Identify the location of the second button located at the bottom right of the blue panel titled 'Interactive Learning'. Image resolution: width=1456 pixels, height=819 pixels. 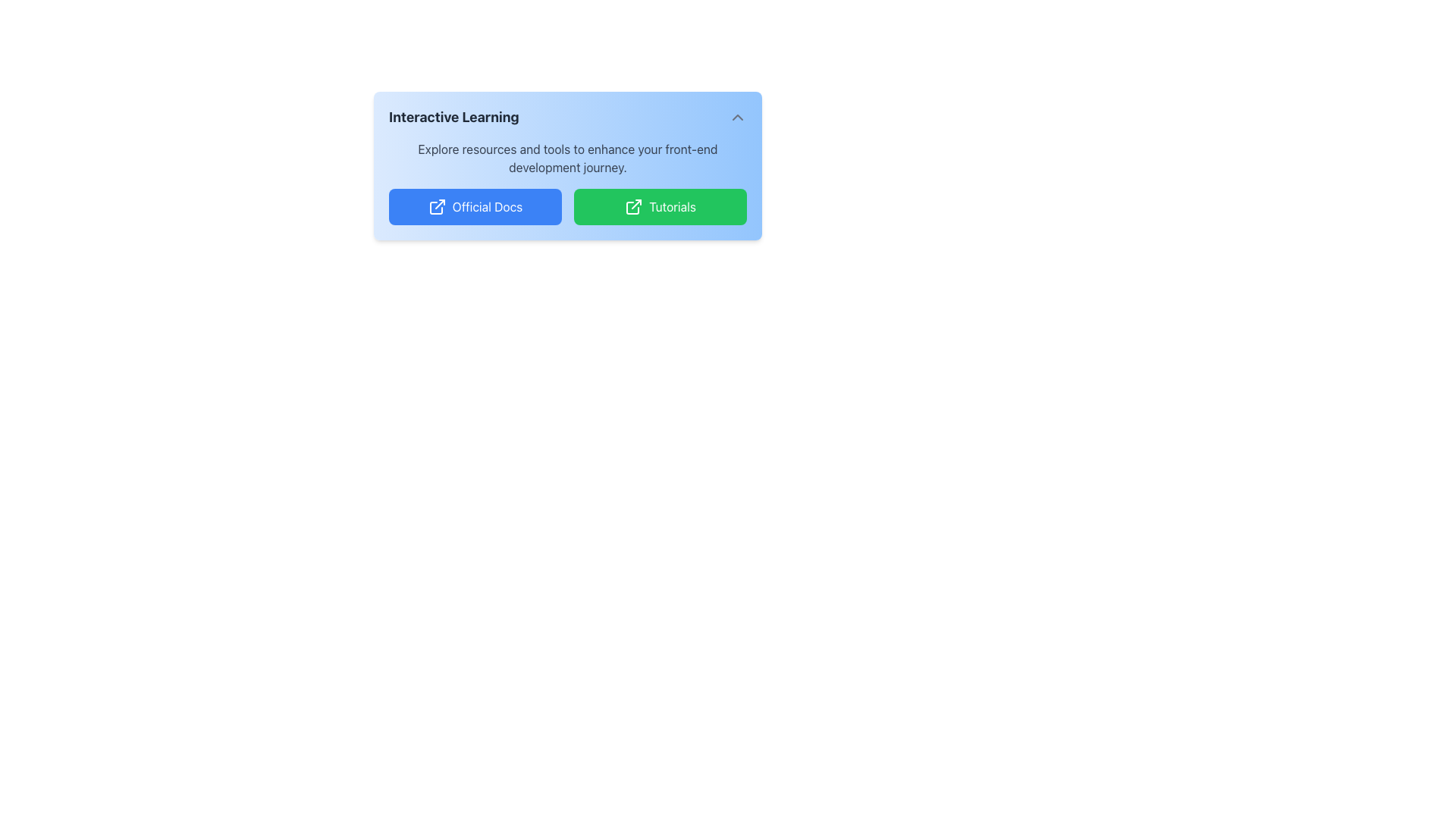
(660, 207).